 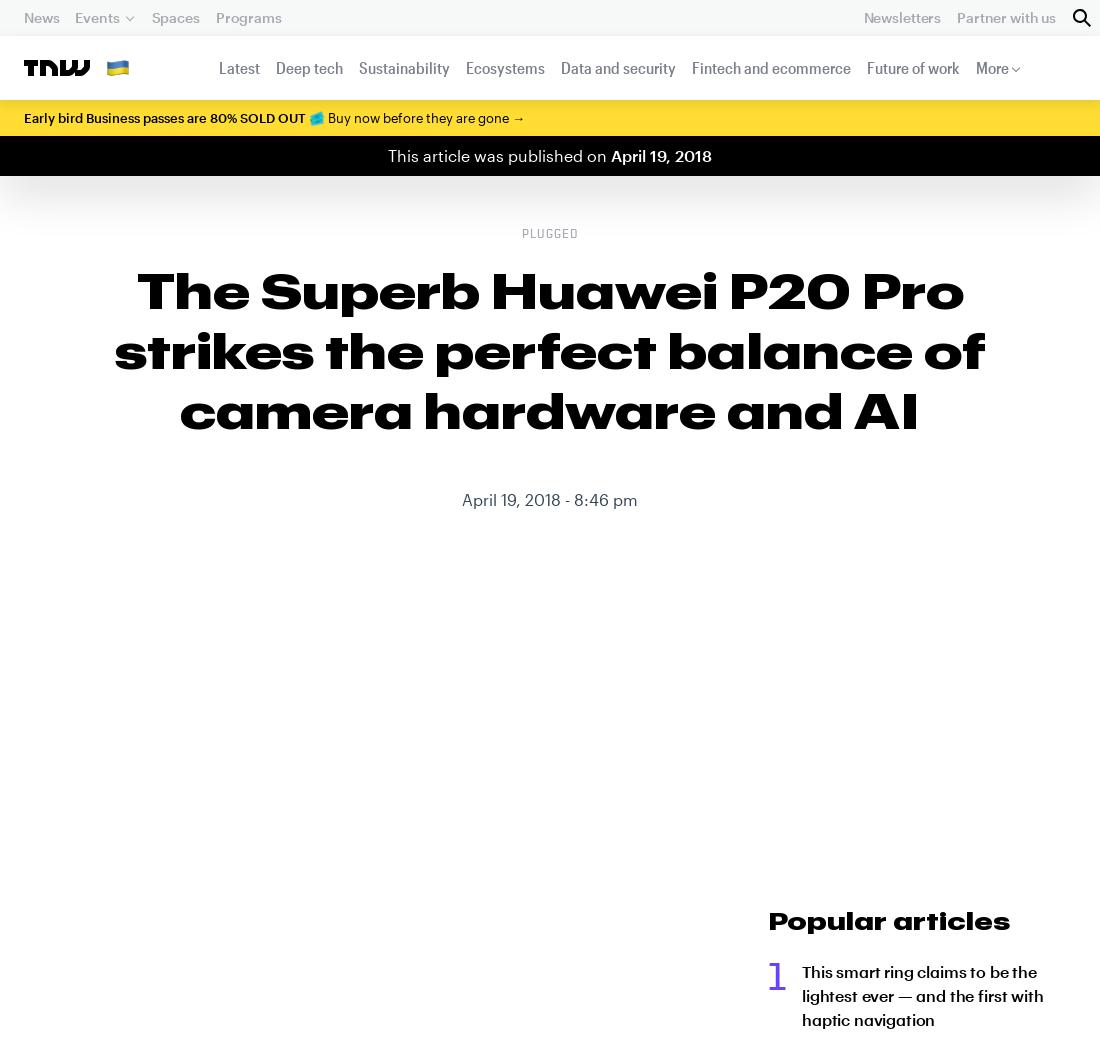 What do you see at coordinates (307, 66) in the screenshot?
I see `'Deep tech'` at bounding box center [307, 66].